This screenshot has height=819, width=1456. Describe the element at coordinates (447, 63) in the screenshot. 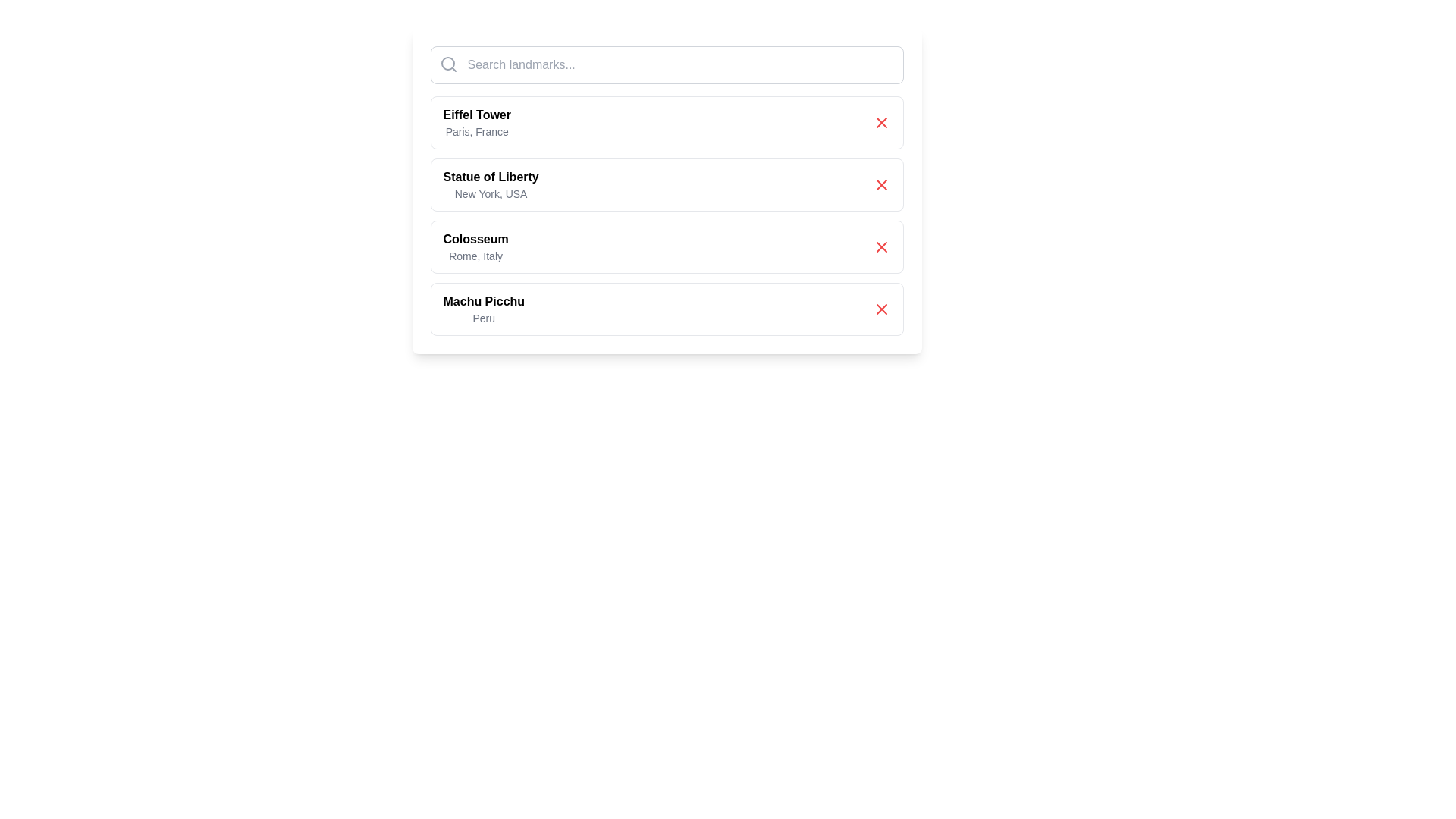

I see `the Decorative Icon resembling a magnifying glass, which is positioned next to the text input field with the placeholder 'Search landmarks...'` at that location.